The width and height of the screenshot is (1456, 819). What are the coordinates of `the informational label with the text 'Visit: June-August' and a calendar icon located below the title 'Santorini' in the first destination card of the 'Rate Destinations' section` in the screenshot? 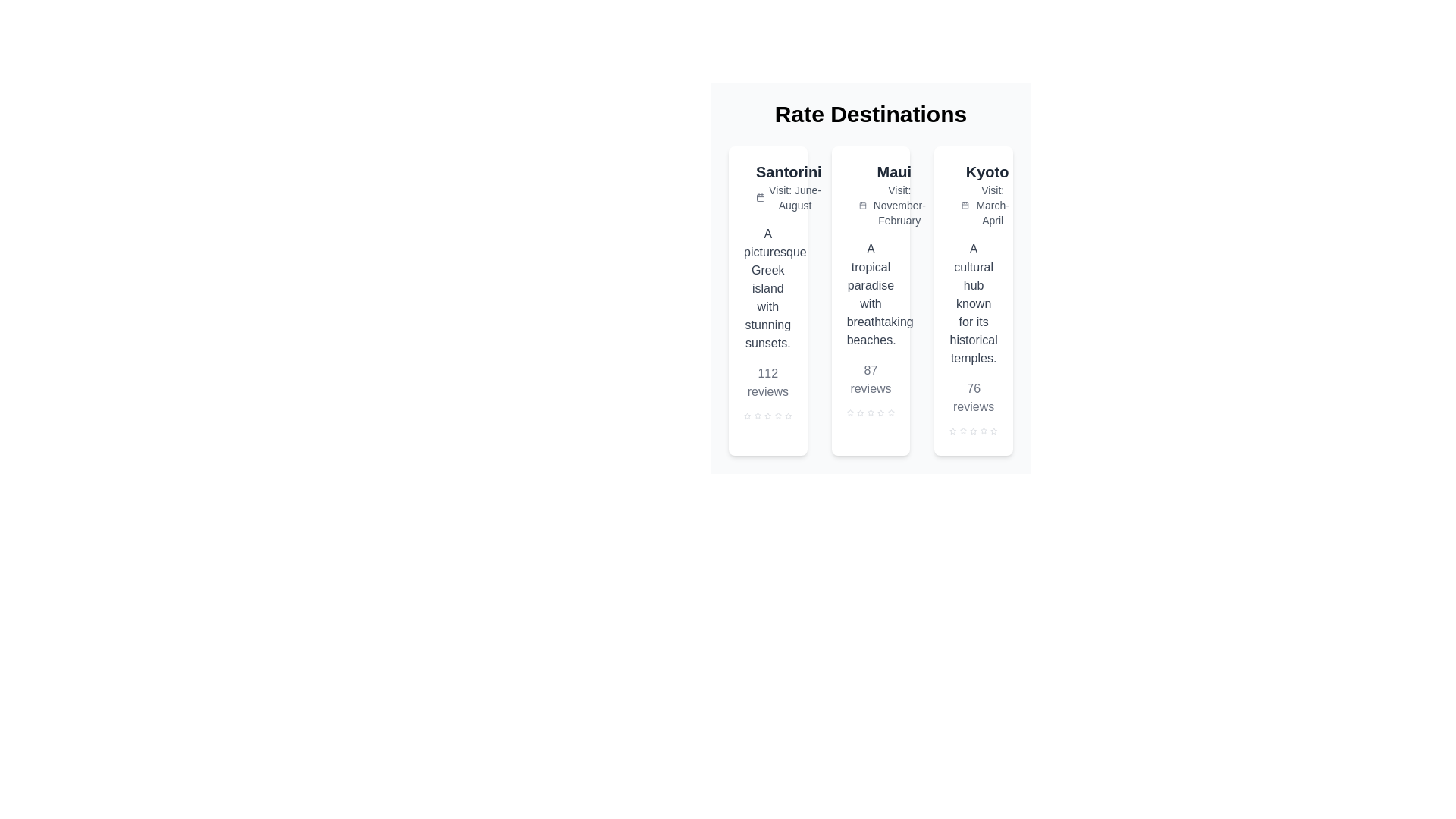 It's located at (789, 197).